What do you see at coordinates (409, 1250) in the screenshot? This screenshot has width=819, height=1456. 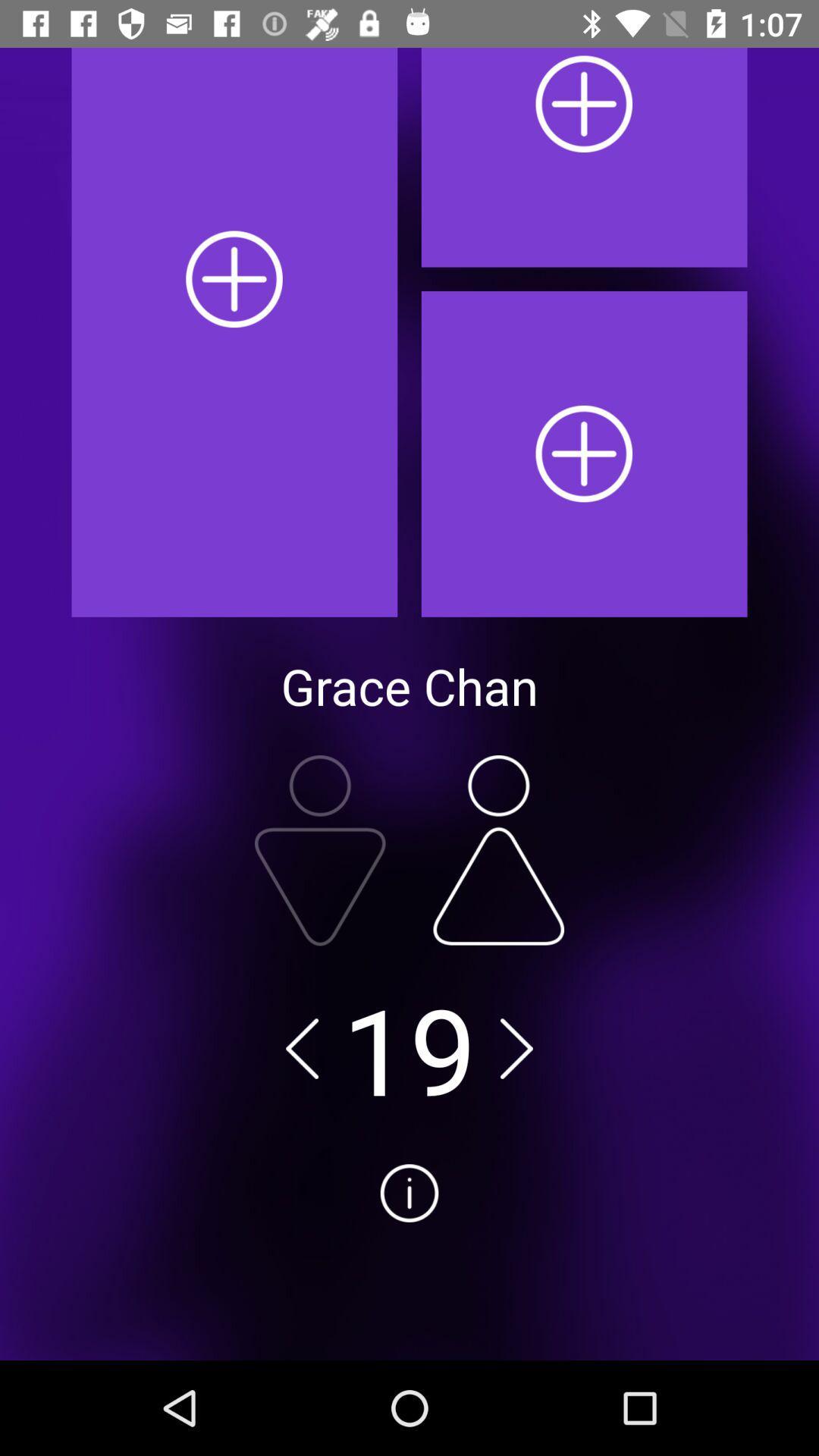 I see `open information menu` at bounding box center [409, 1250].